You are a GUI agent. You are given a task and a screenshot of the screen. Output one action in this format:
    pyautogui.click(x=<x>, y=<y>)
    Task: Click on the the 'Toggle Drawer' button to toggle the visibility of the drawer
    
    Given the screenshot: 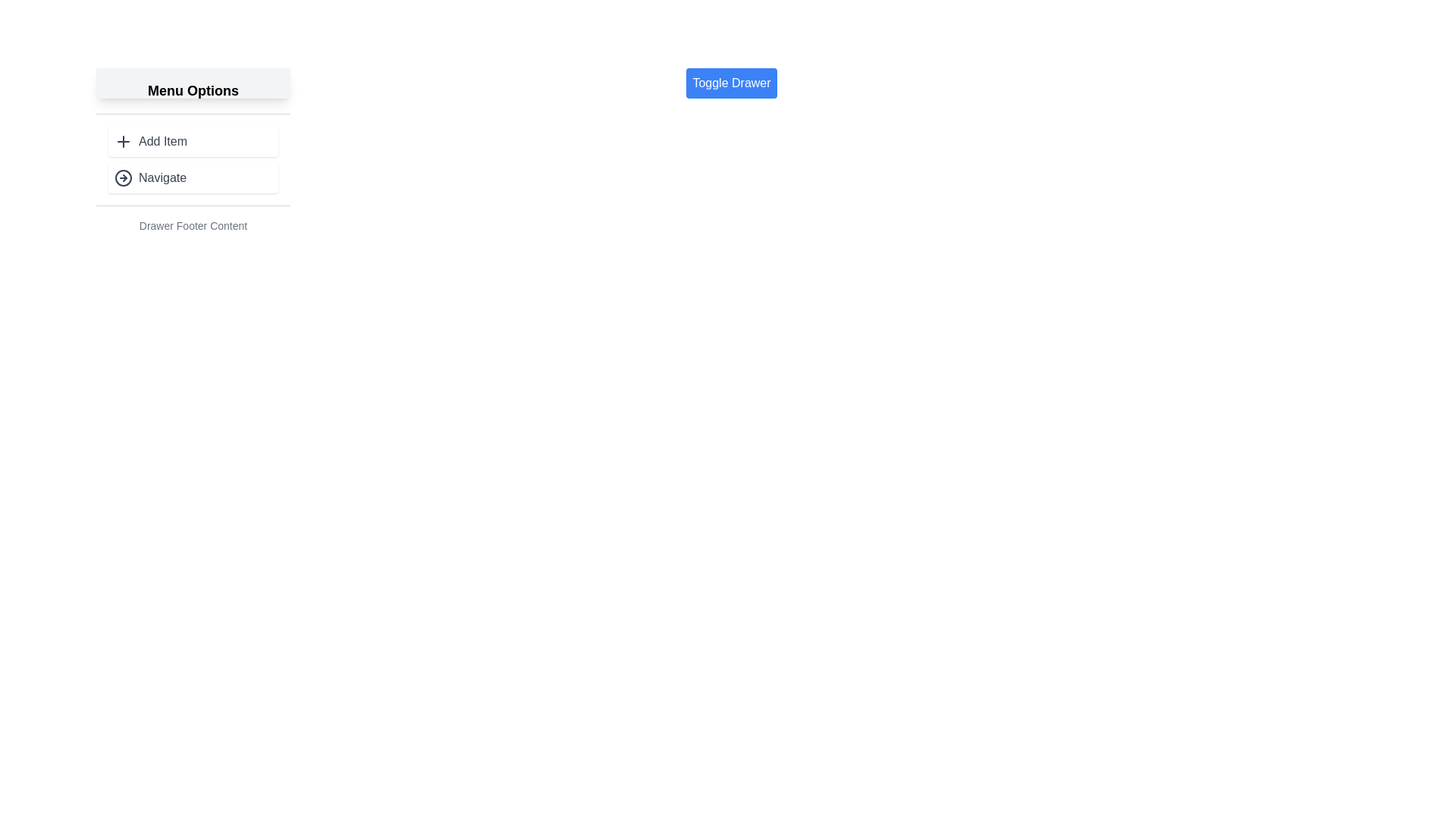 What is the action you would take?
    pyautogui.click(x=731, y=83)
    